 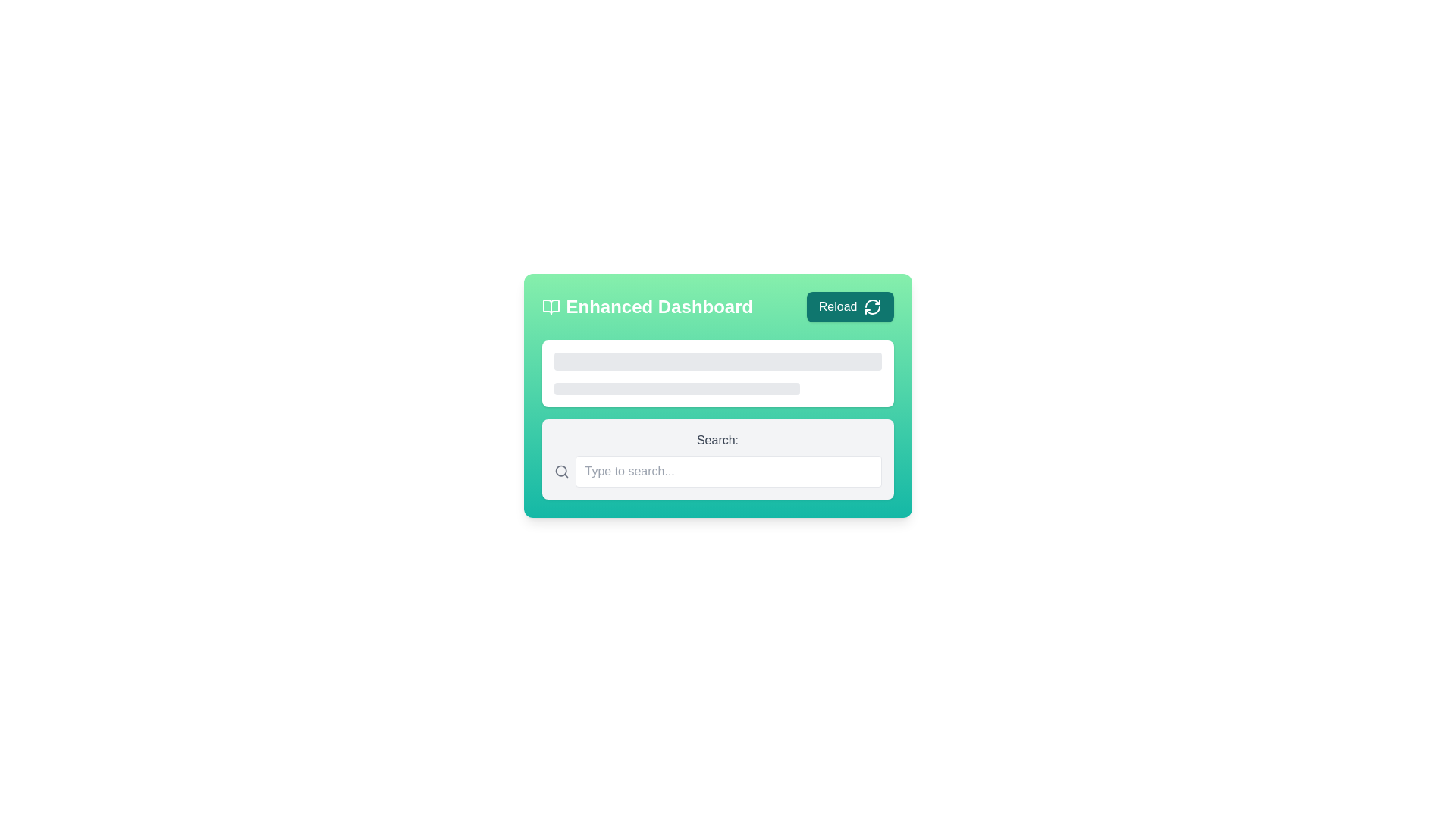 What do you see at coordinates (560, 470) in the screenshot?
I see `the search icon located to the left of the search text box, which visually indicates the search functionality` at bounding box center [560, 470].